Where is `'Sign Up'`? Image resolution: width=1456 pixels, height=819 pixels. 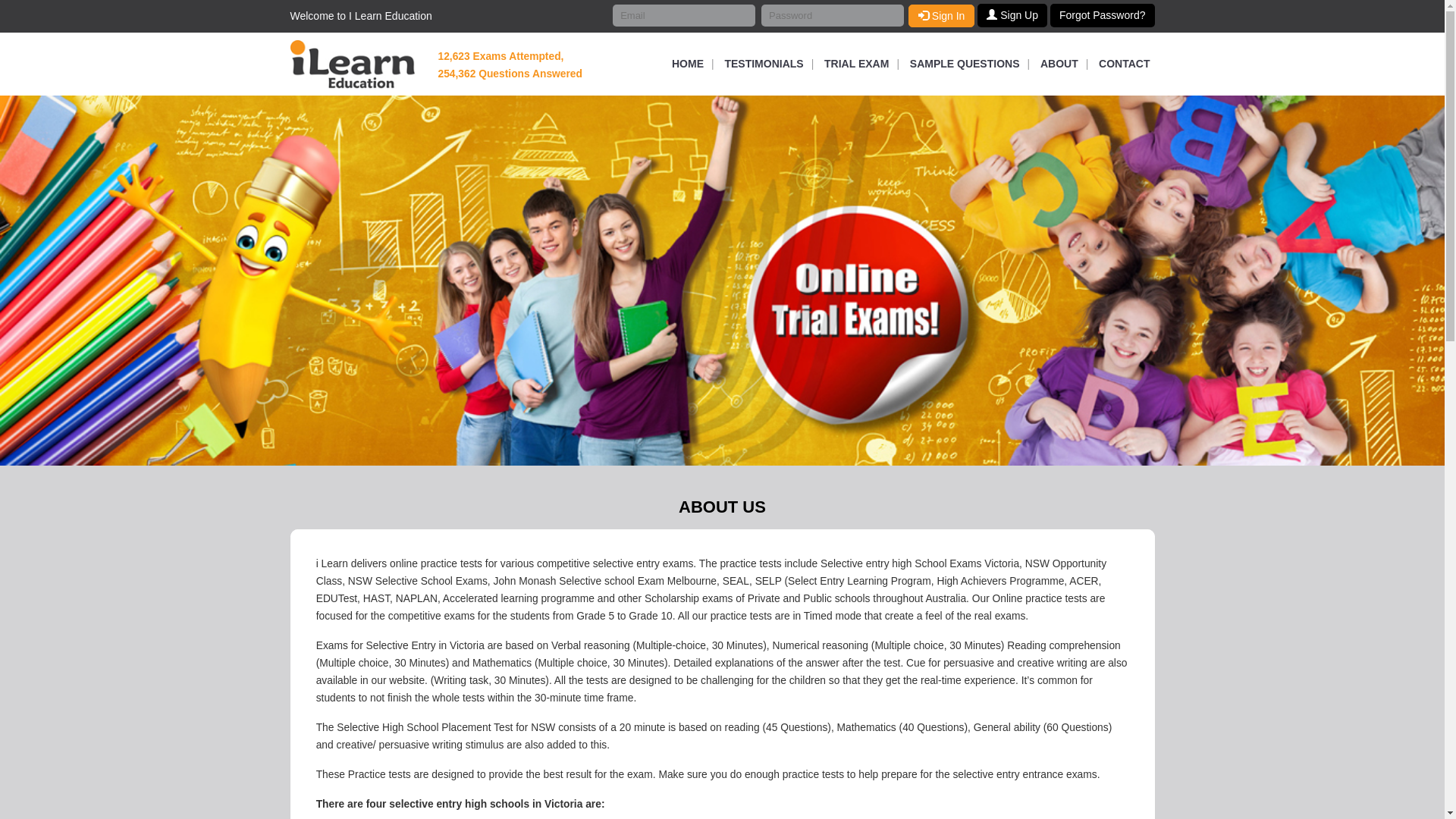
'Sign Up' is located at coordinates (1012, 15).